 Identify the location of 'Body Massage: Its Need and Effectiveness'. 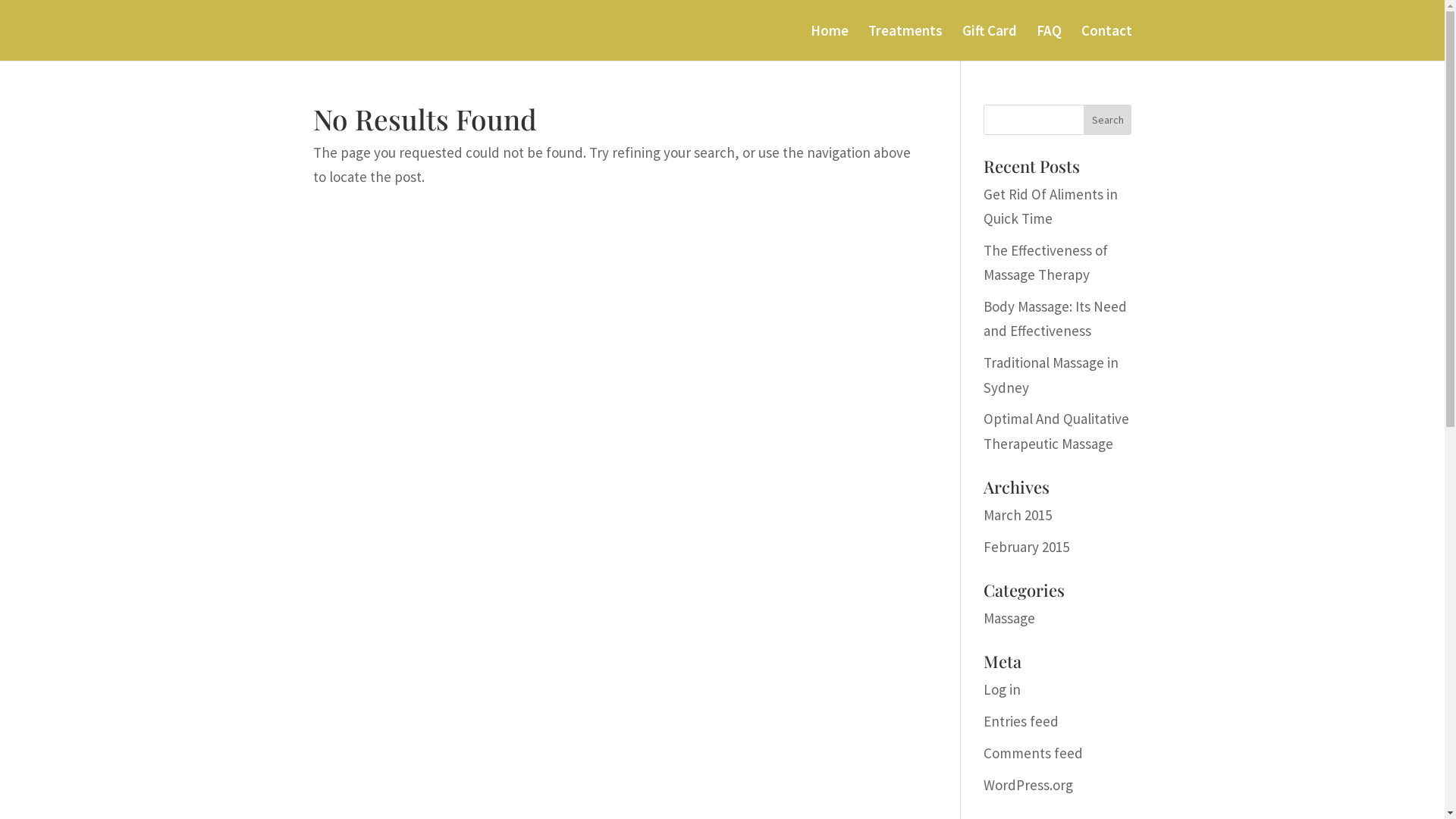
(1054, 318).